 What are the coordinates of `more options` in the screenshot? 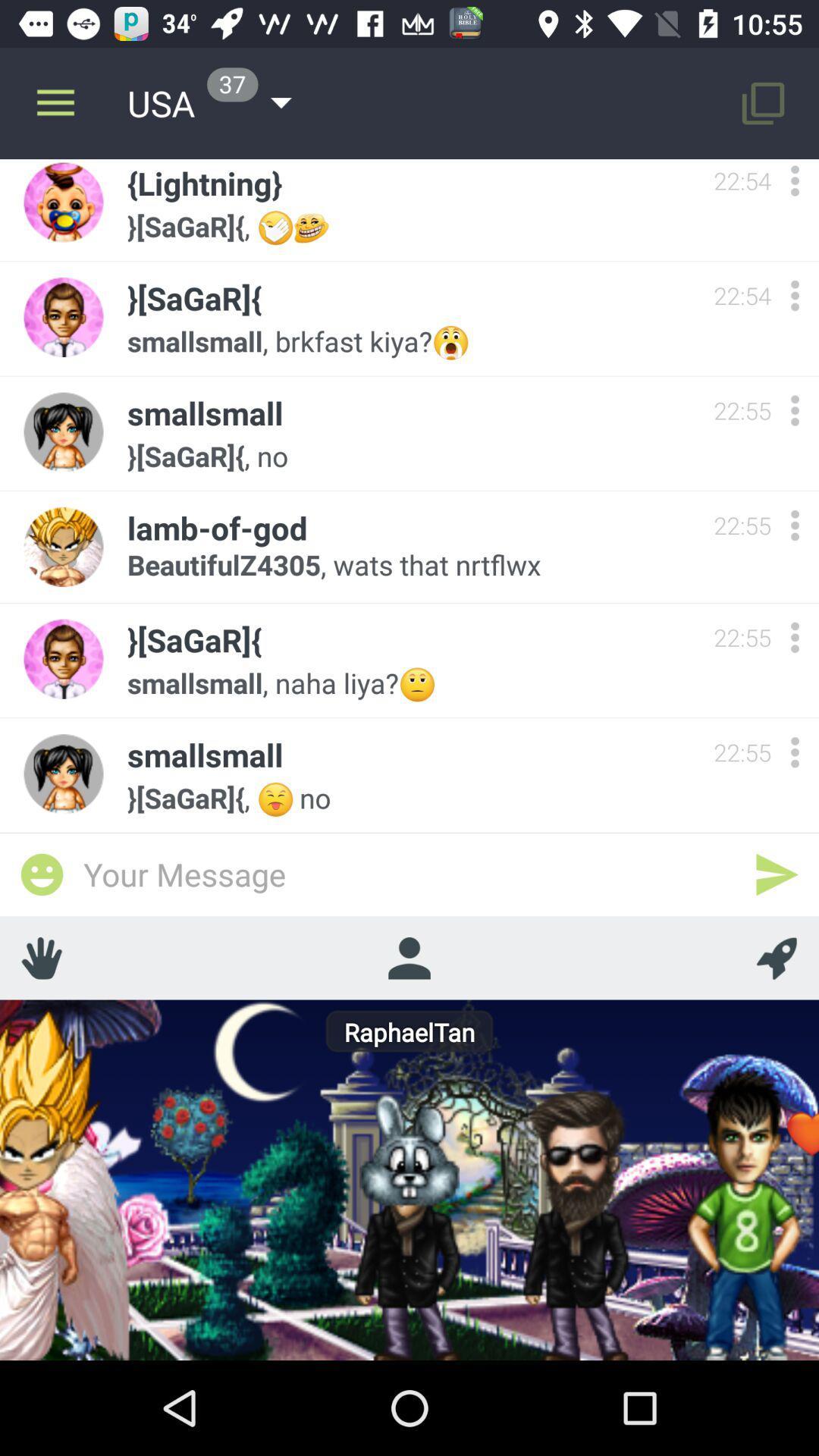 It's located at (794, 525).